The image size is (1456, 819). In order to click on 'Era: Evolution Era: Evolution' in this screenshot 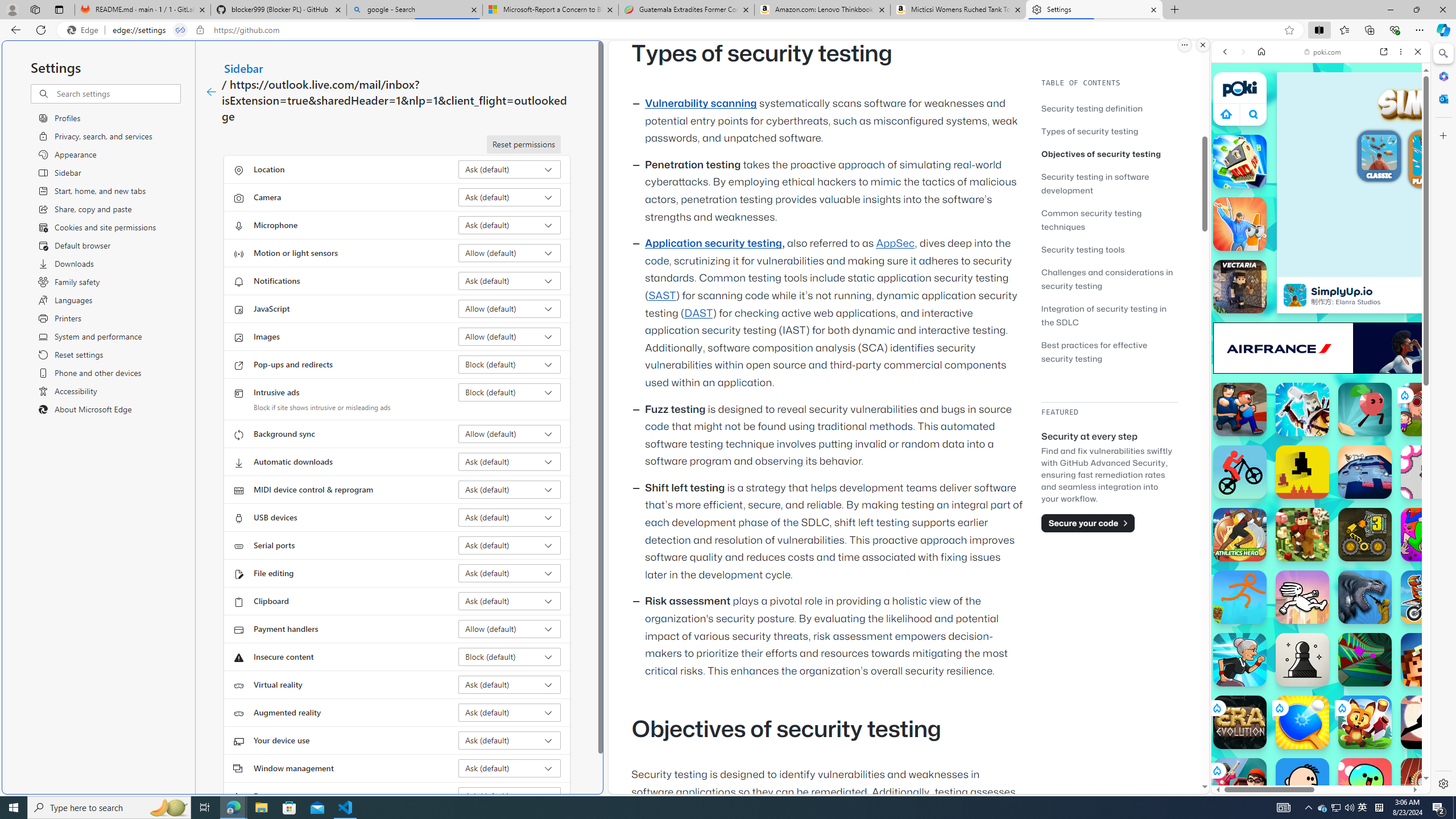, I will do `click(1239, 722)`.